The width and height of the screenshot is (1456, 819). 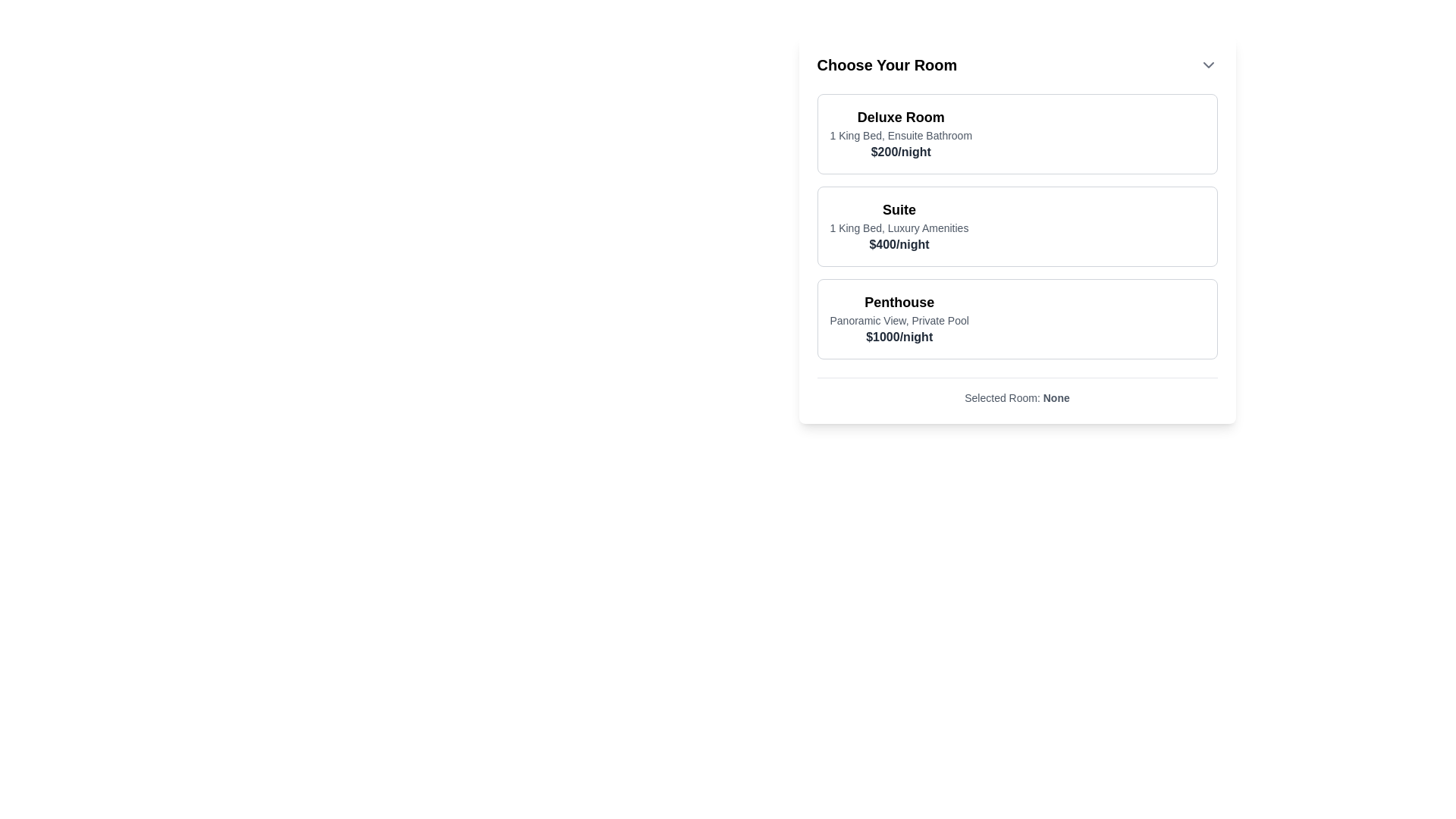 What do you see at coordinates (901, 134) in the screenshot?
I see `the text label that displays '1 King Bed, Ensuite Bathroom', which is located directly below the title 'Deluxe Room' and above the pricing information '$200/night'` at bounding box center [901, 134].